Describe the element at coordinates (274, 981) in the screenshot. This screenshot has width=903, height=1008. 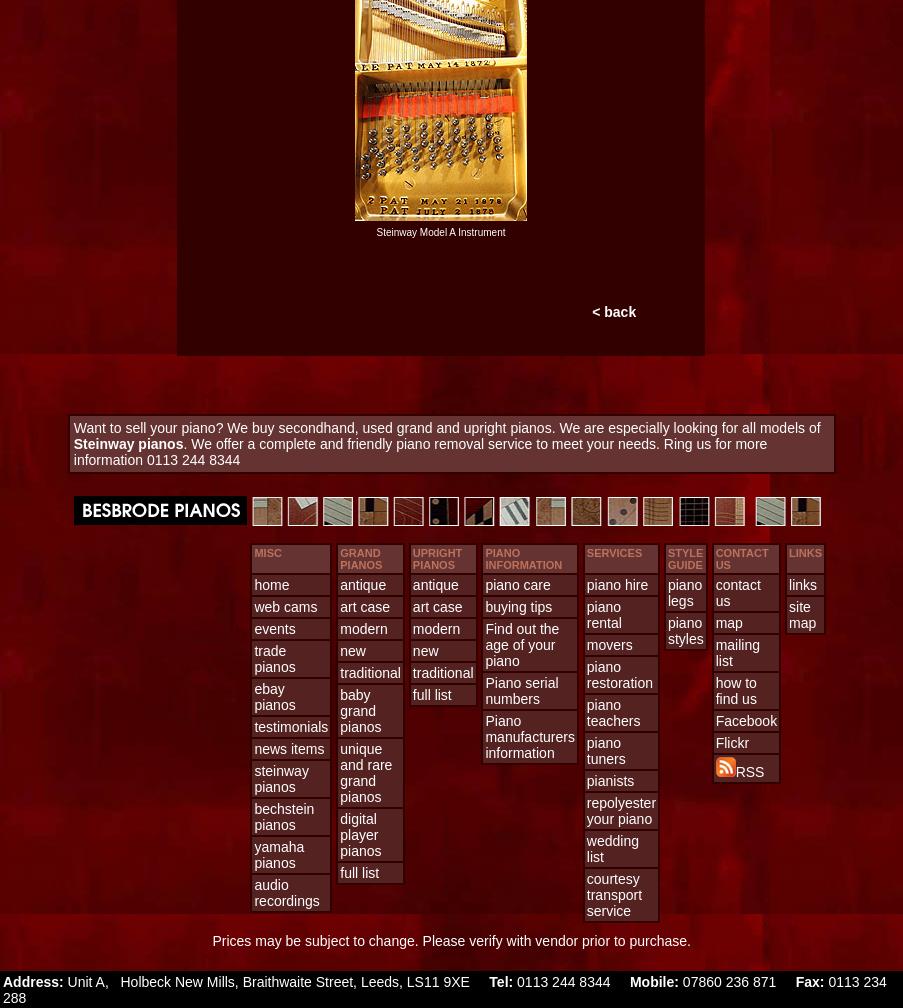
I see `'Unit A,   Holbeck New Mills,  Braithwaite Street,  Leeds,  LS11 9XE'` at that location.